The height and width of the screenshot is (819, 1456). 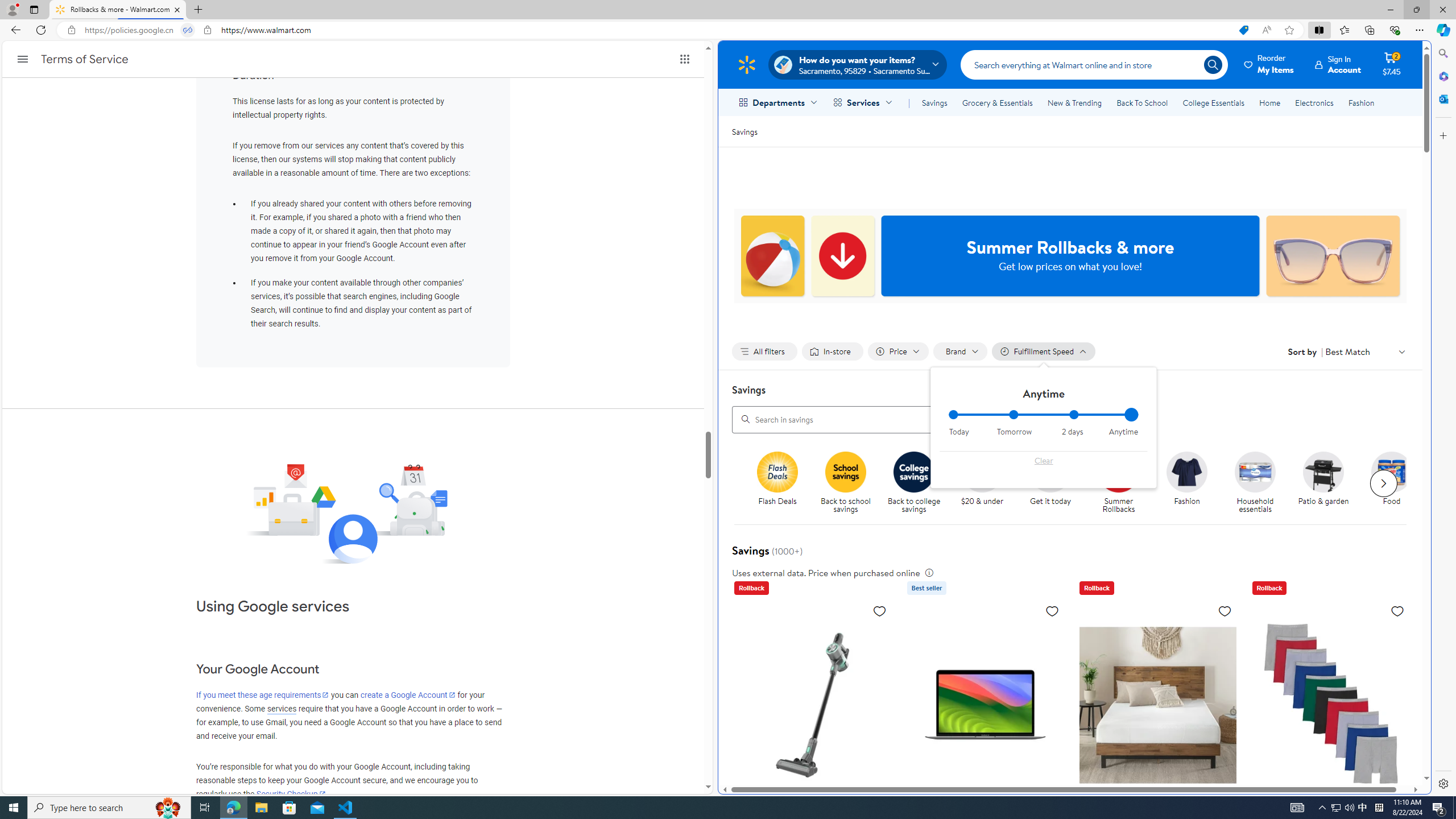 What do you see at coordinates (928, 572) in the screenshot?
I see `'legal information'` at bounding box center [928, 572].